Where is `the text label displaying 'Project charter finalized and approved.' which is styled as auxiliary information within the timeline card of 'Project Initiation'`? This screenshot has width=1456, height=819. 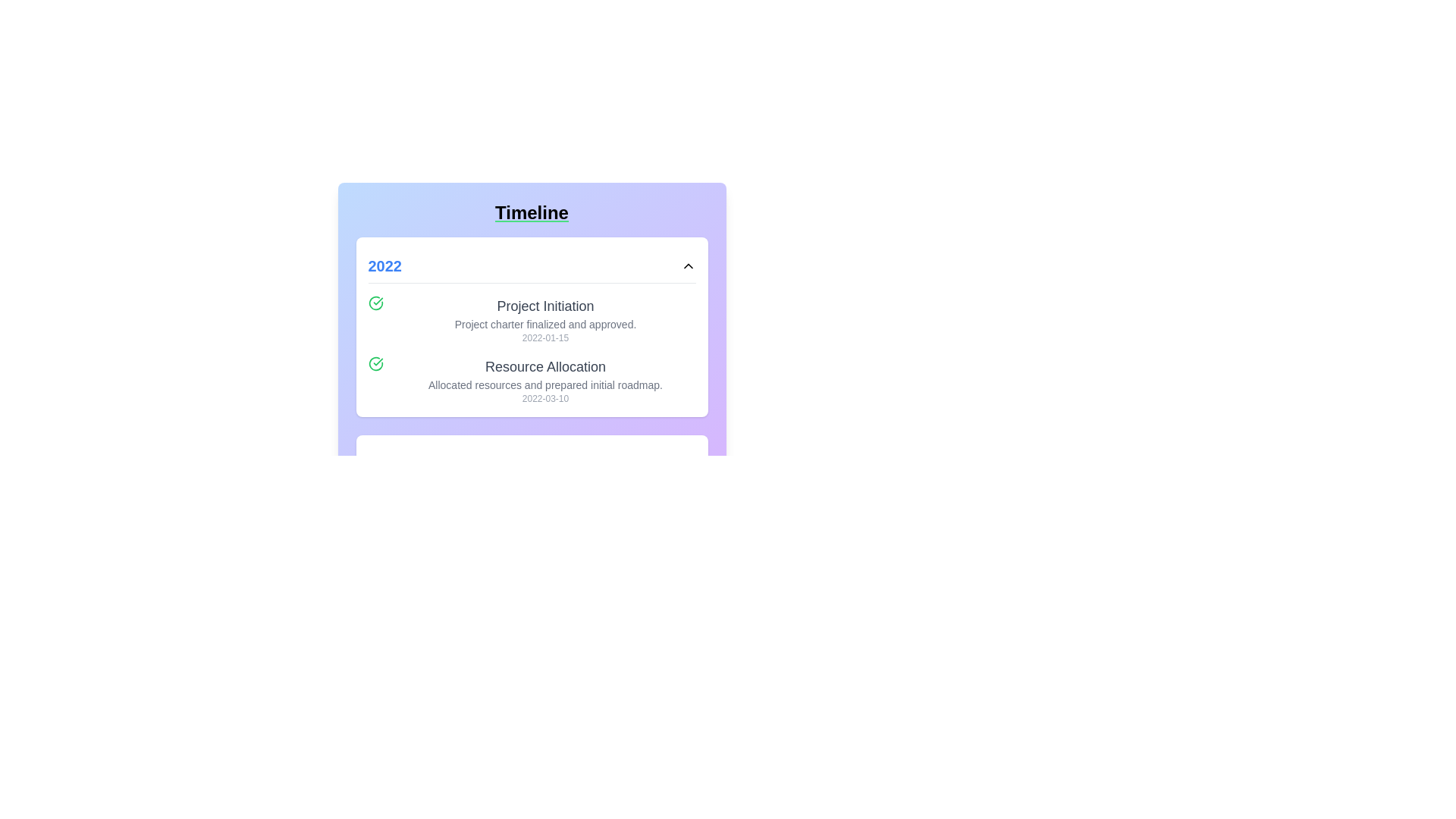
the text label displaying 'Project charter finalized and approved.' which is styled as auxiliary information within the timeline card of 'Project Initiation' is located at coordinates (545, 324).